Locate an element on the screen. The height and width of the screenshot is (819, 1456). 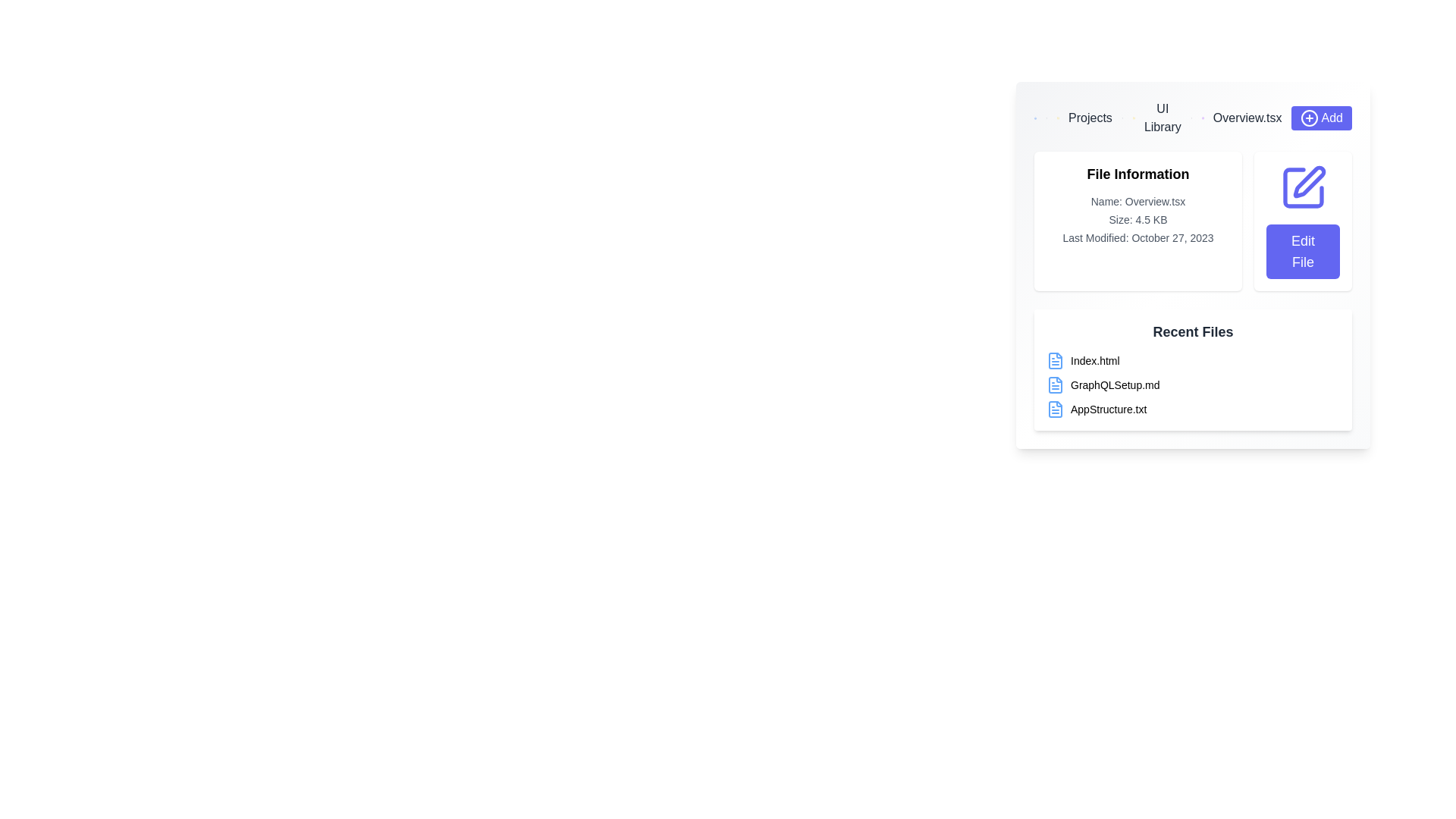
the 'Overview.tsx' breadcrumb in the navigation bar is located at coordinates (1247, 117).